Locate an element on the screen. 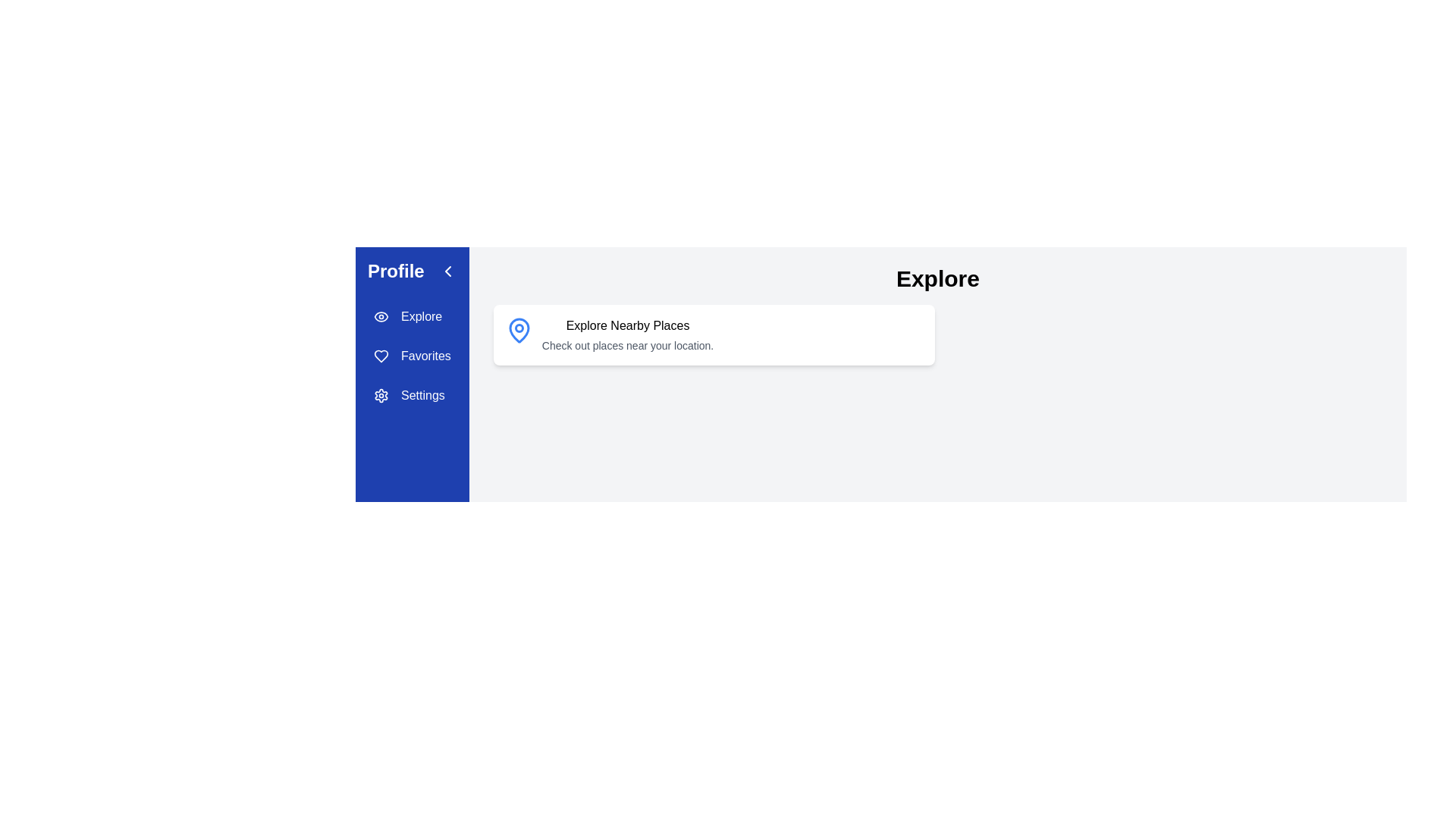 This screenshot has height=819, width=1456. the Text Label that serves as a navigation label for the settings page, located below the 'Favorites' heart icon in the sidebar is located at coordinates (422, 394).